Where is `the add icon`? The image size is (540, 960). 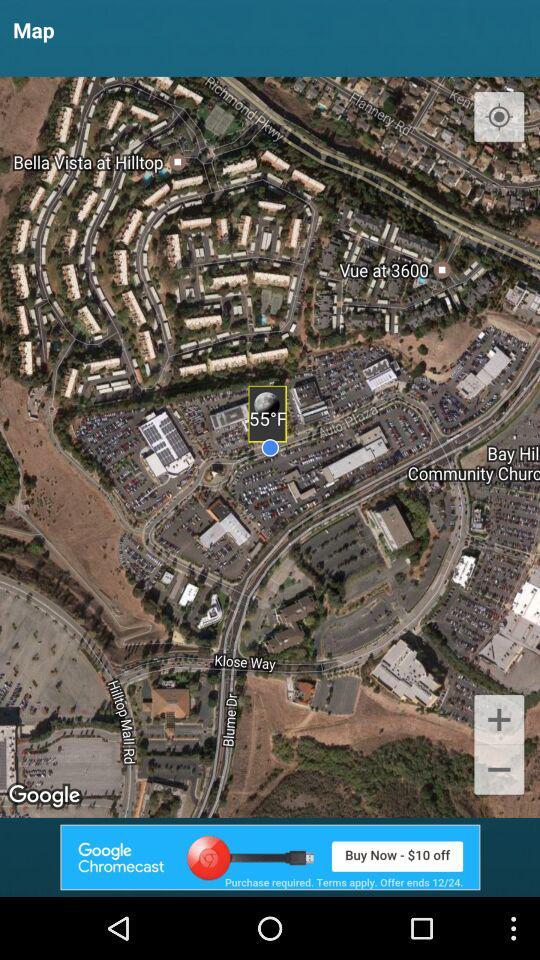 the add icon is located at coordinates (498, 768).